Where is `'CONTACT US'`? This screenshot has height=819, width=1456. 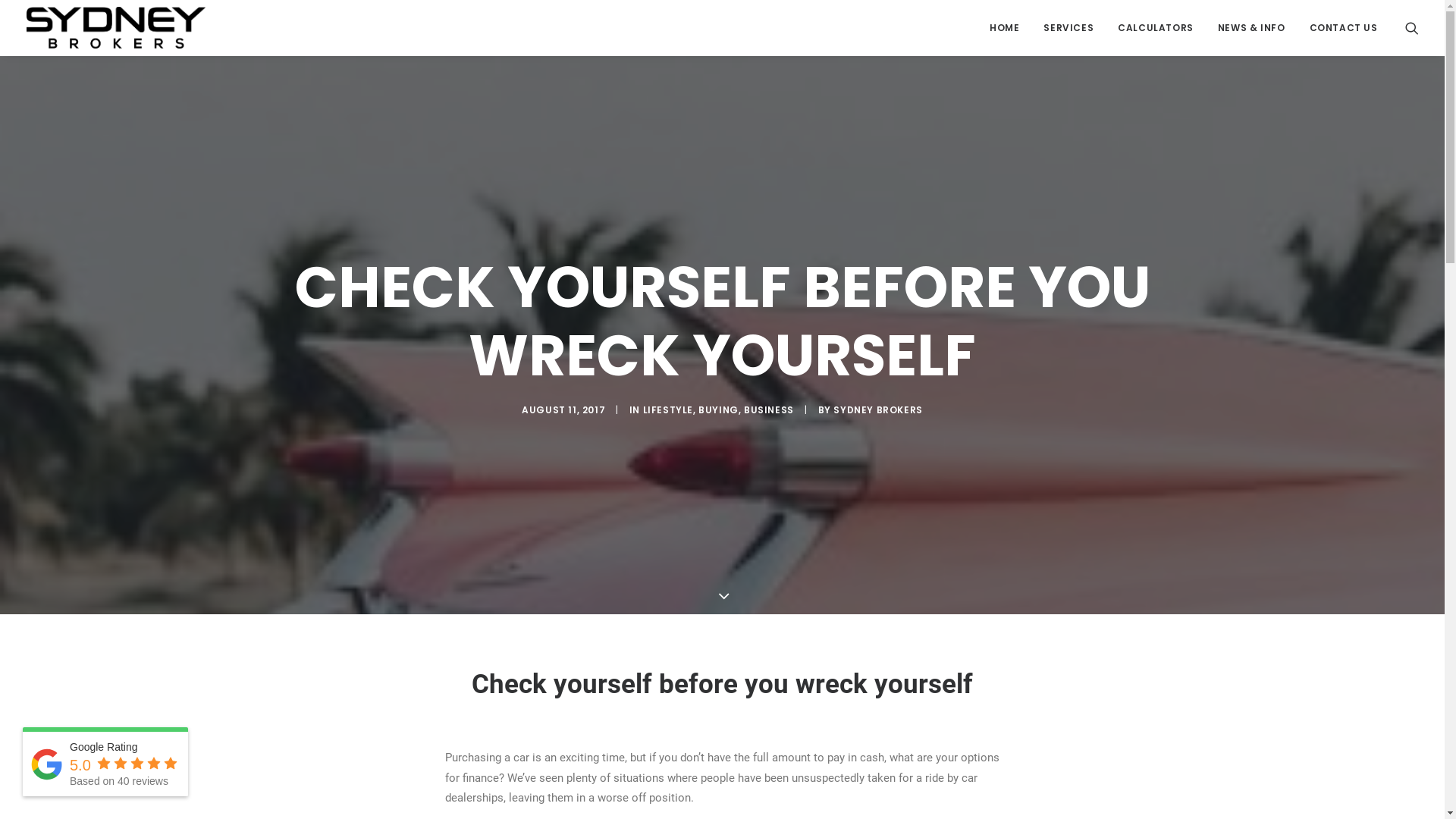 'CONTACT US' is located at coordinates (1298, 27).